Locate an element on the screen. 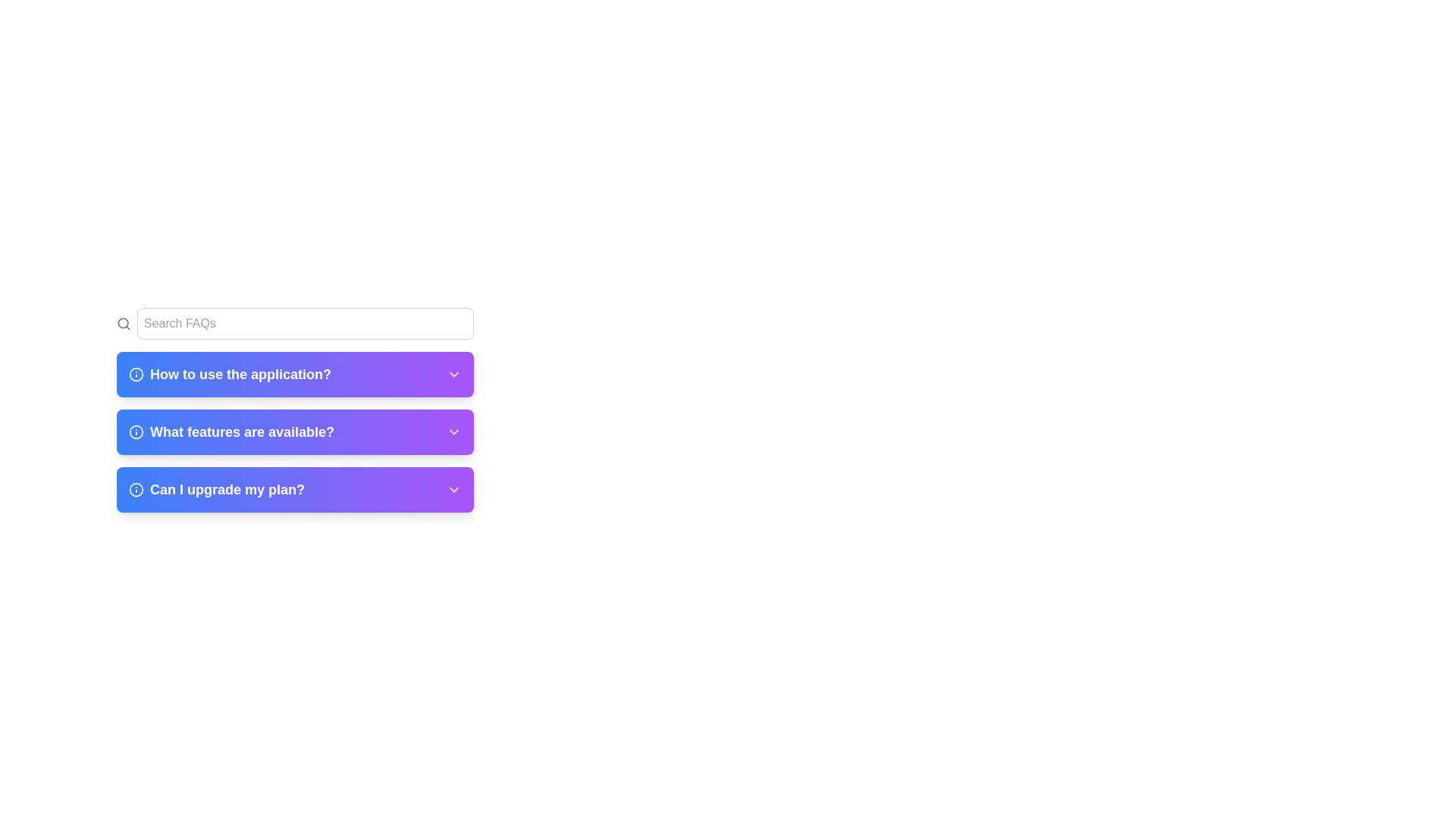  the Chevron-Down icon located on the far-right side of the 'Can I upgrade my plan?' section to receive visual feedback is located at coordinates (453, 489).